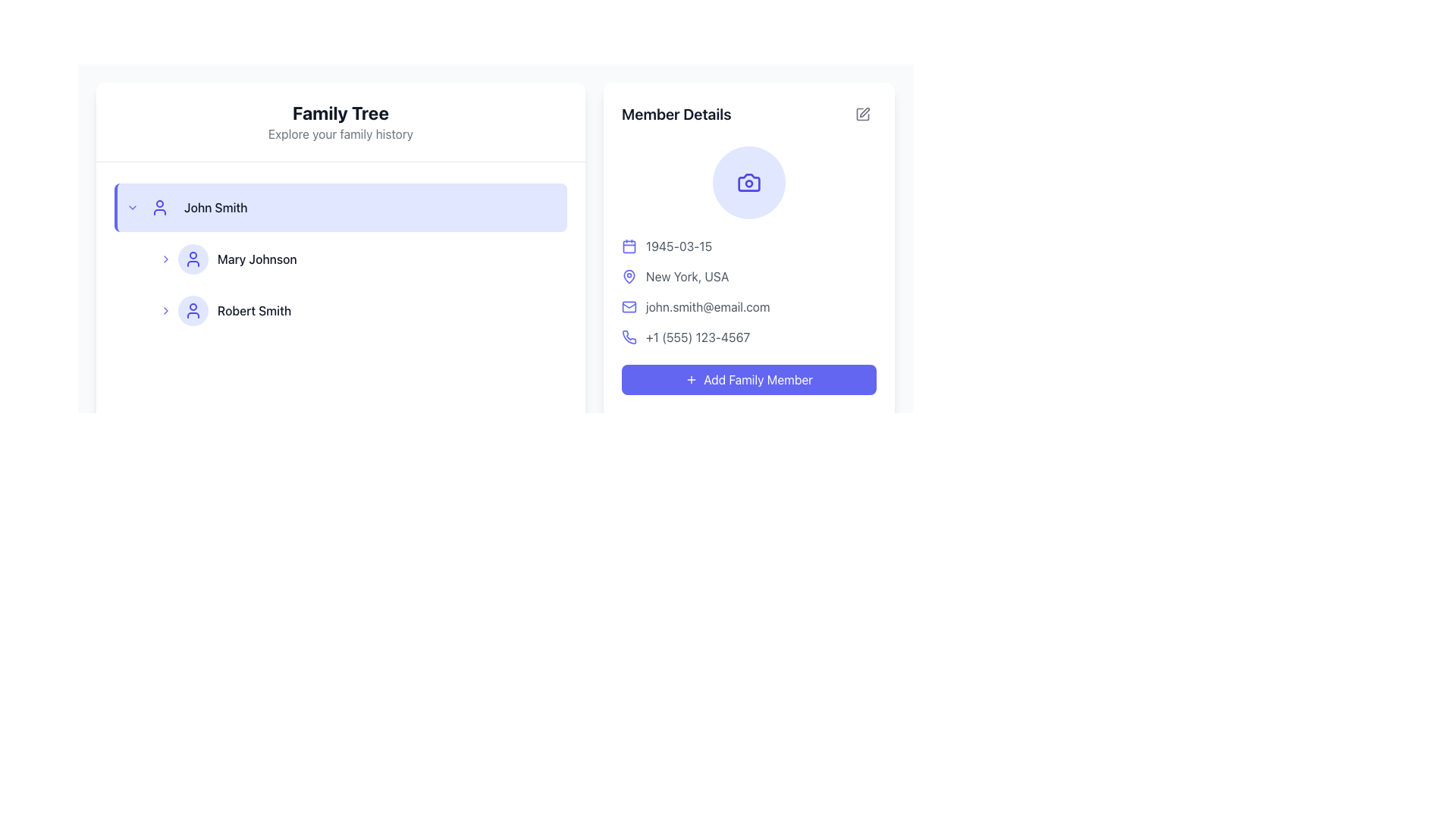 Image resolution: width=1456 pixels, height=819 pixels. I want to click on the text label representing 'Mary Johnson', which is located in the second row under 'John Smith' in the family tree list, so click(257, 259).